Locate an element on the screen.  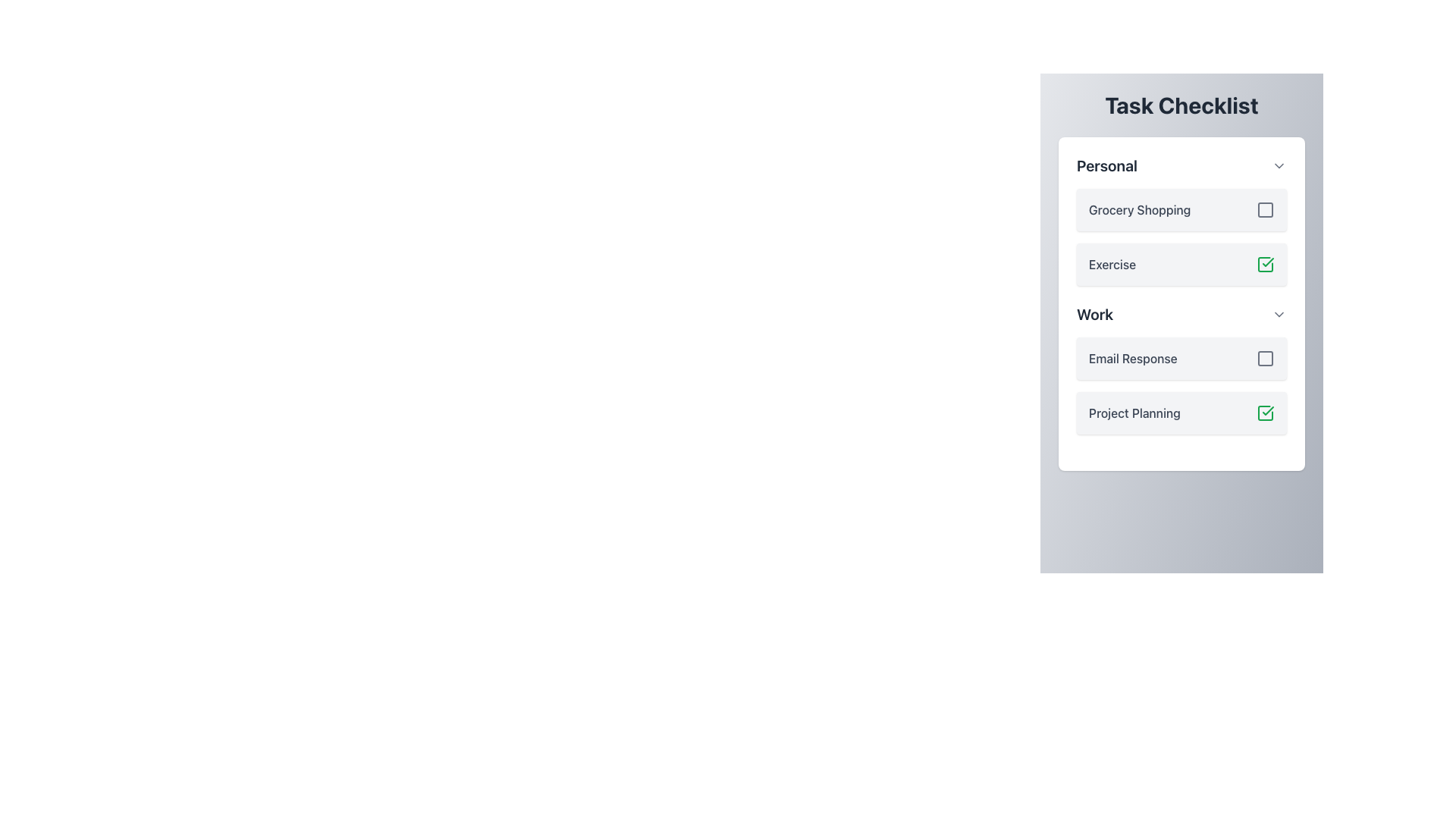
the toggle button icon located to the right of the 'Work' text in the header bar of the Task Checklist is located at coordinates (1278, 314).